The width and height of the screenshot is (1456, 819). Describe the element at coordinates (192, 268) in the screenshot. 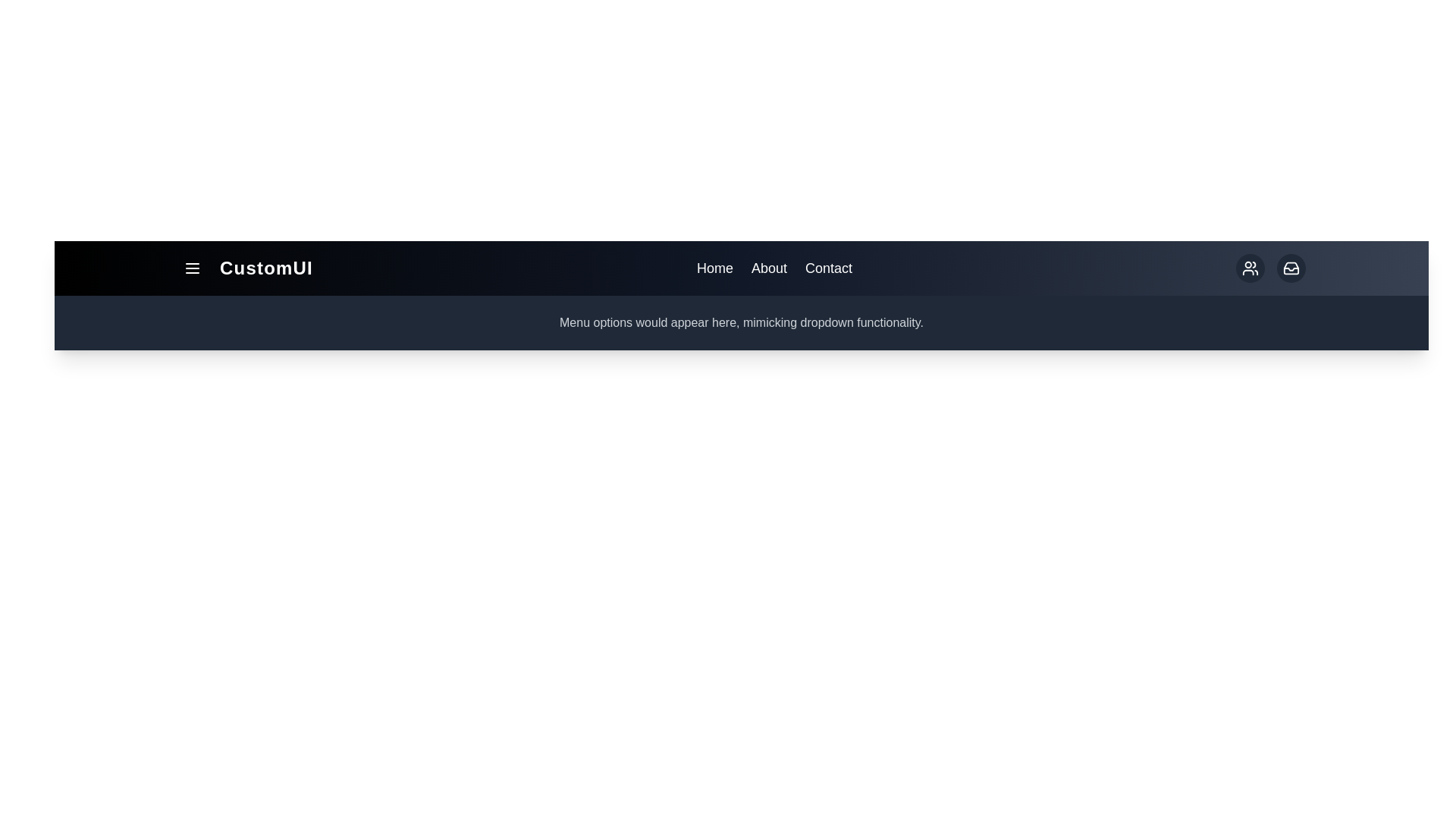

I see `the menu button to toggle the menu visibility` at that location.